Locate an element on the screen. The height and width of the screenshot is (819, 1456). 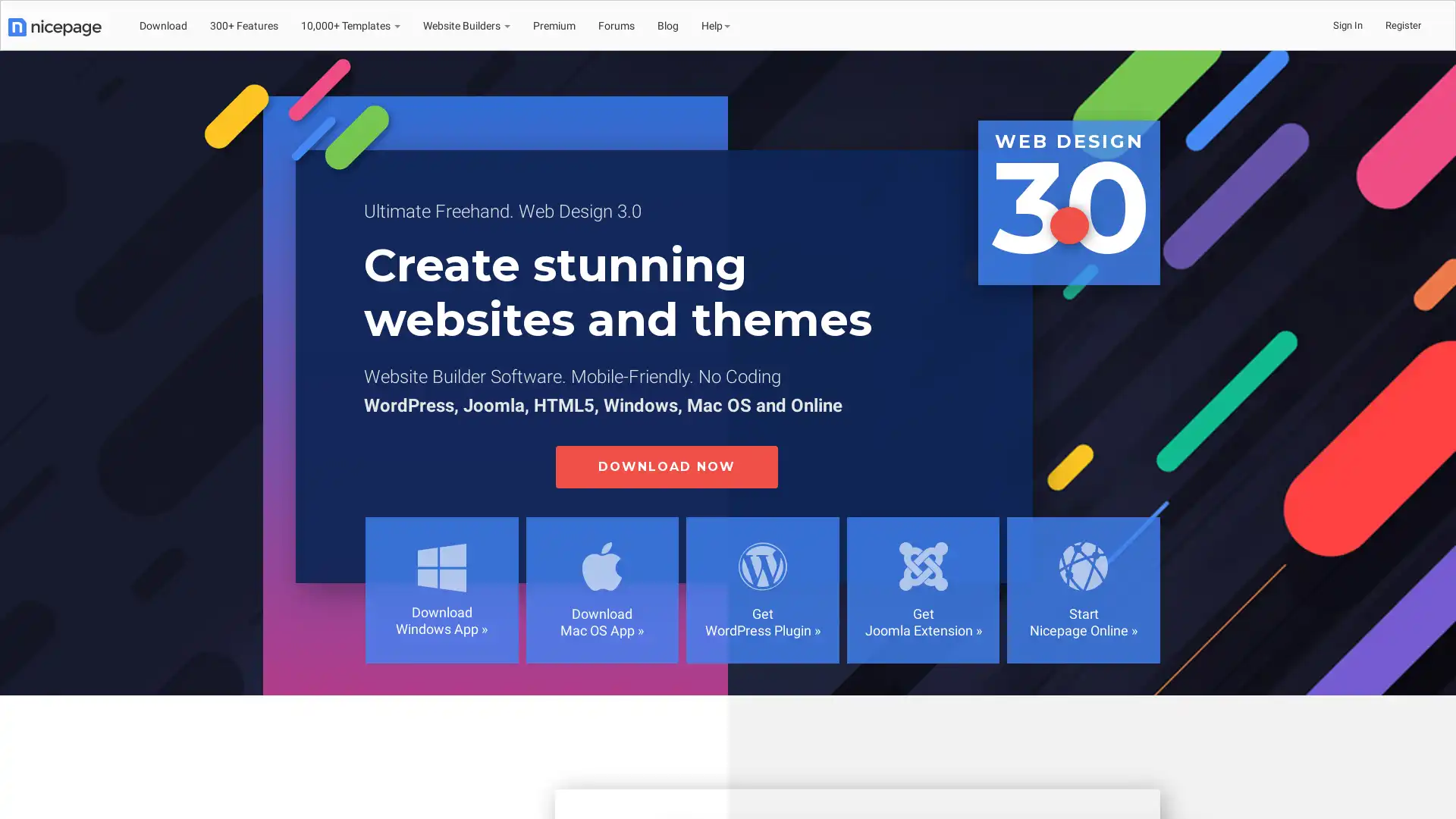
10,000+ Templates is located at coordinates (350, 26).